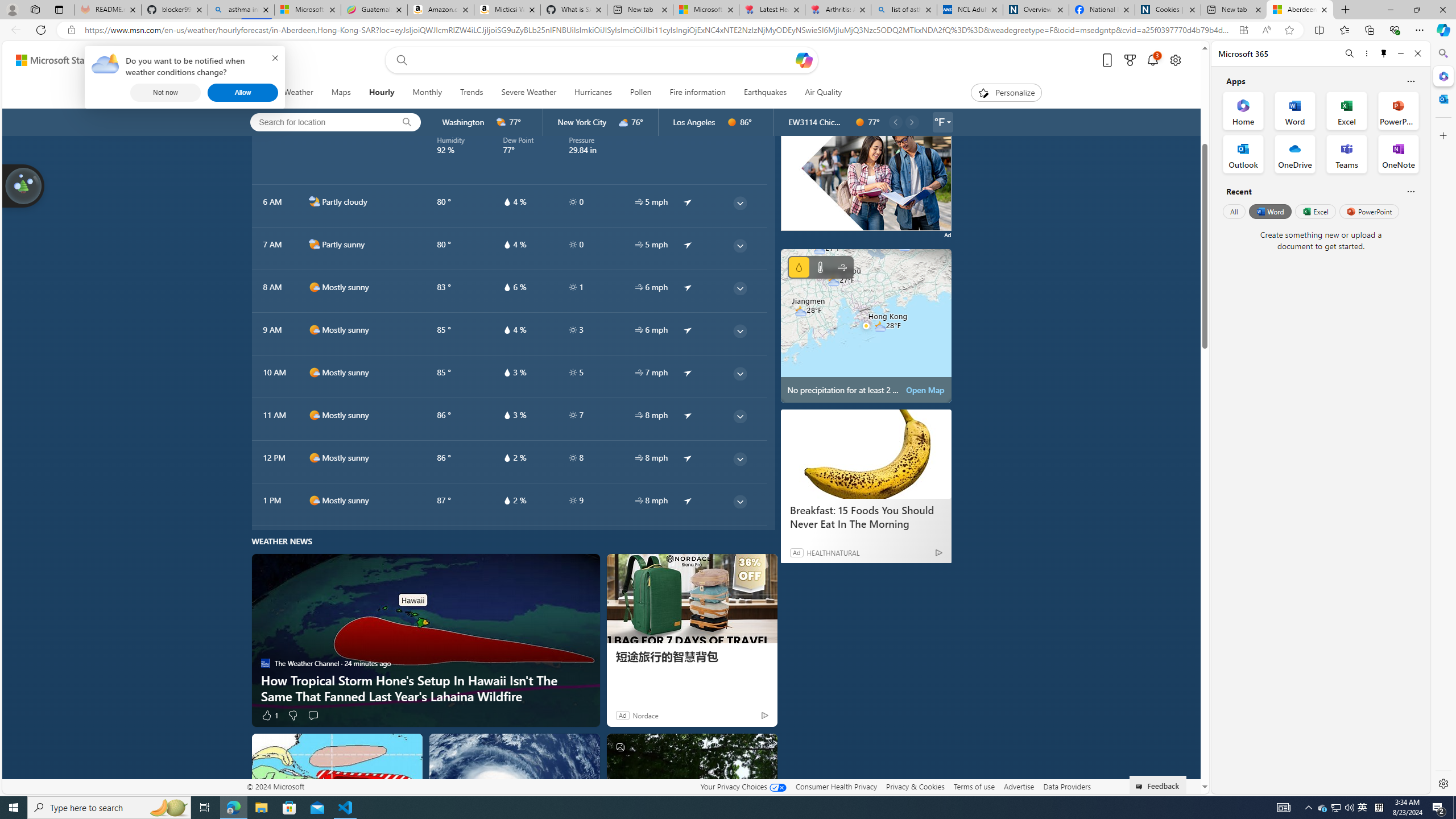  Describe the element at coordinates (823, 92) in the screenshot. I see `'Air Quality'` at that location.